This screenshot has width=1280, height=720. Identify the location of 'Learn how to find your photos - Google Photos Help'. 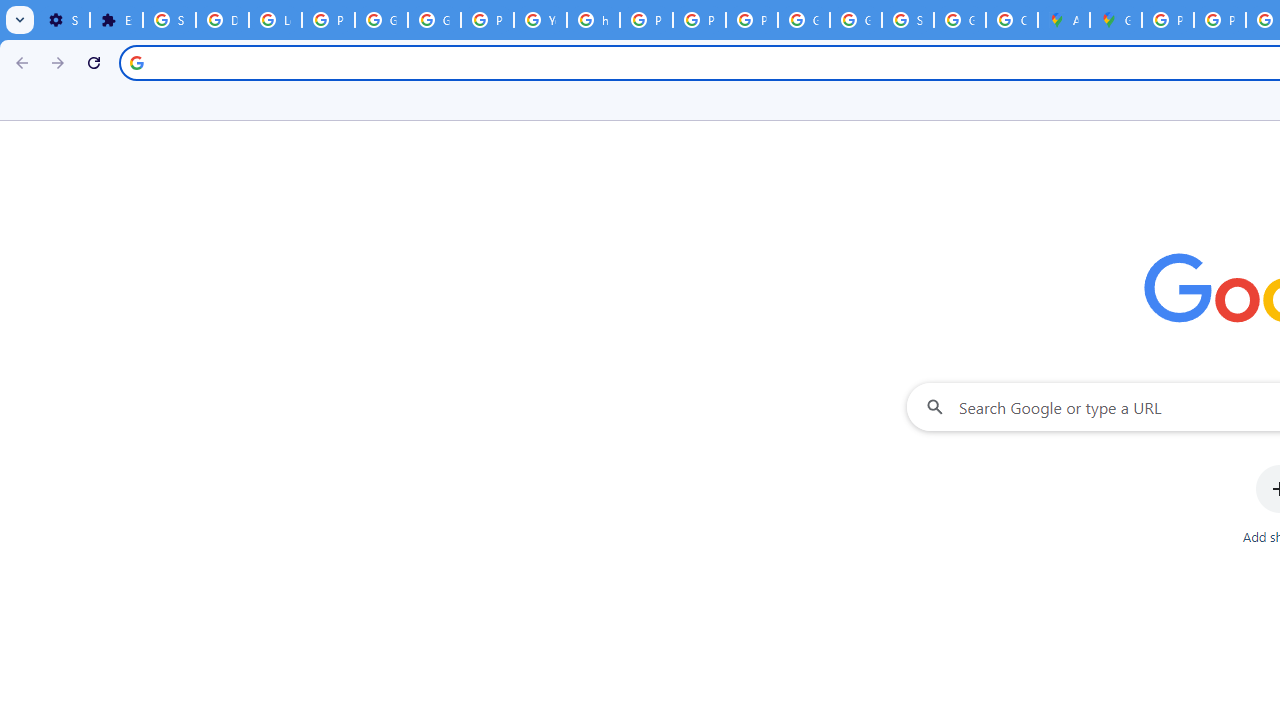
(274, 20).